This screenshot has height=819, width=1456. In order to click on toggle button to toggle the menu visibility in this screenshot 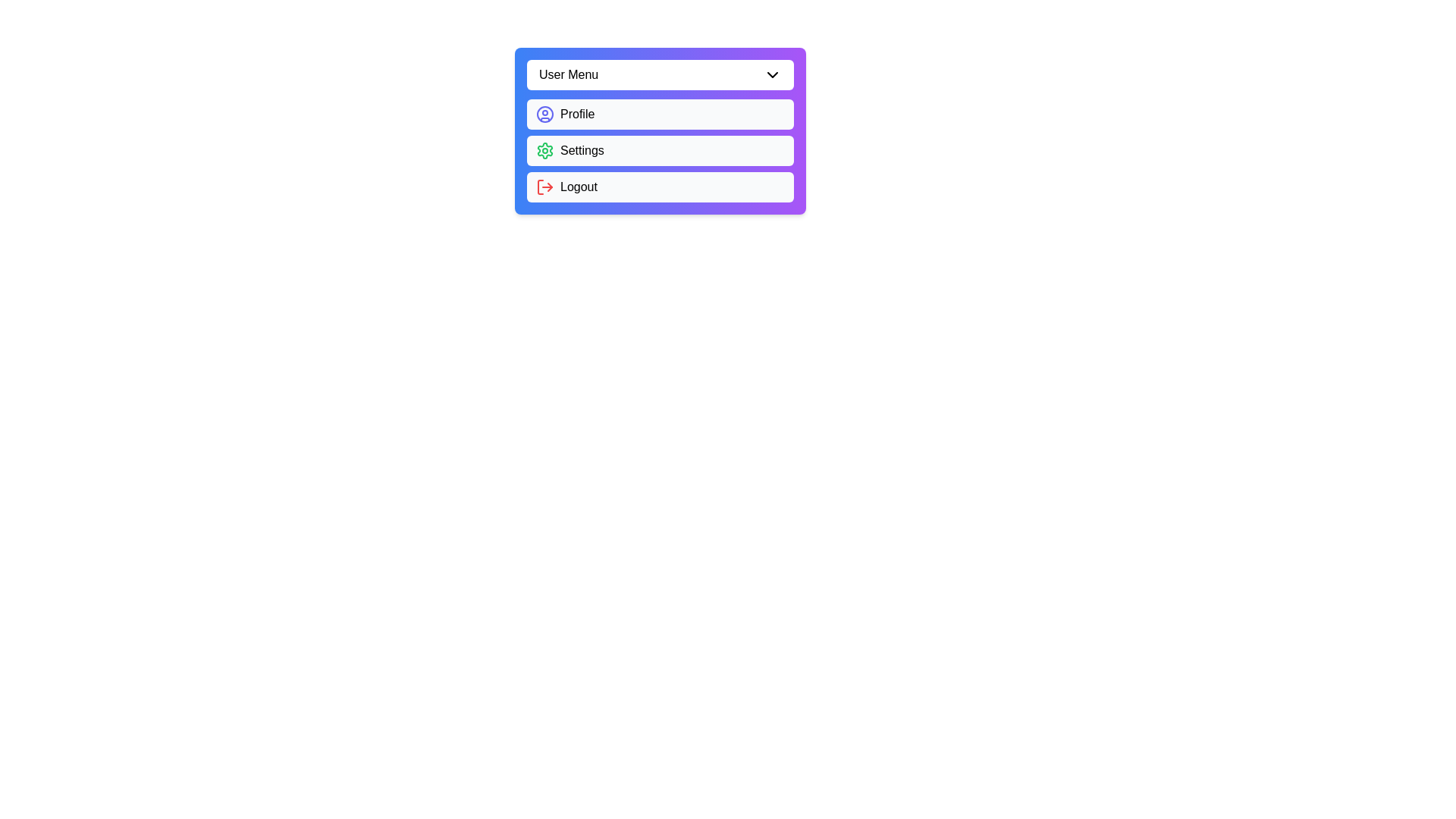, I will do `click(660, 75)`.